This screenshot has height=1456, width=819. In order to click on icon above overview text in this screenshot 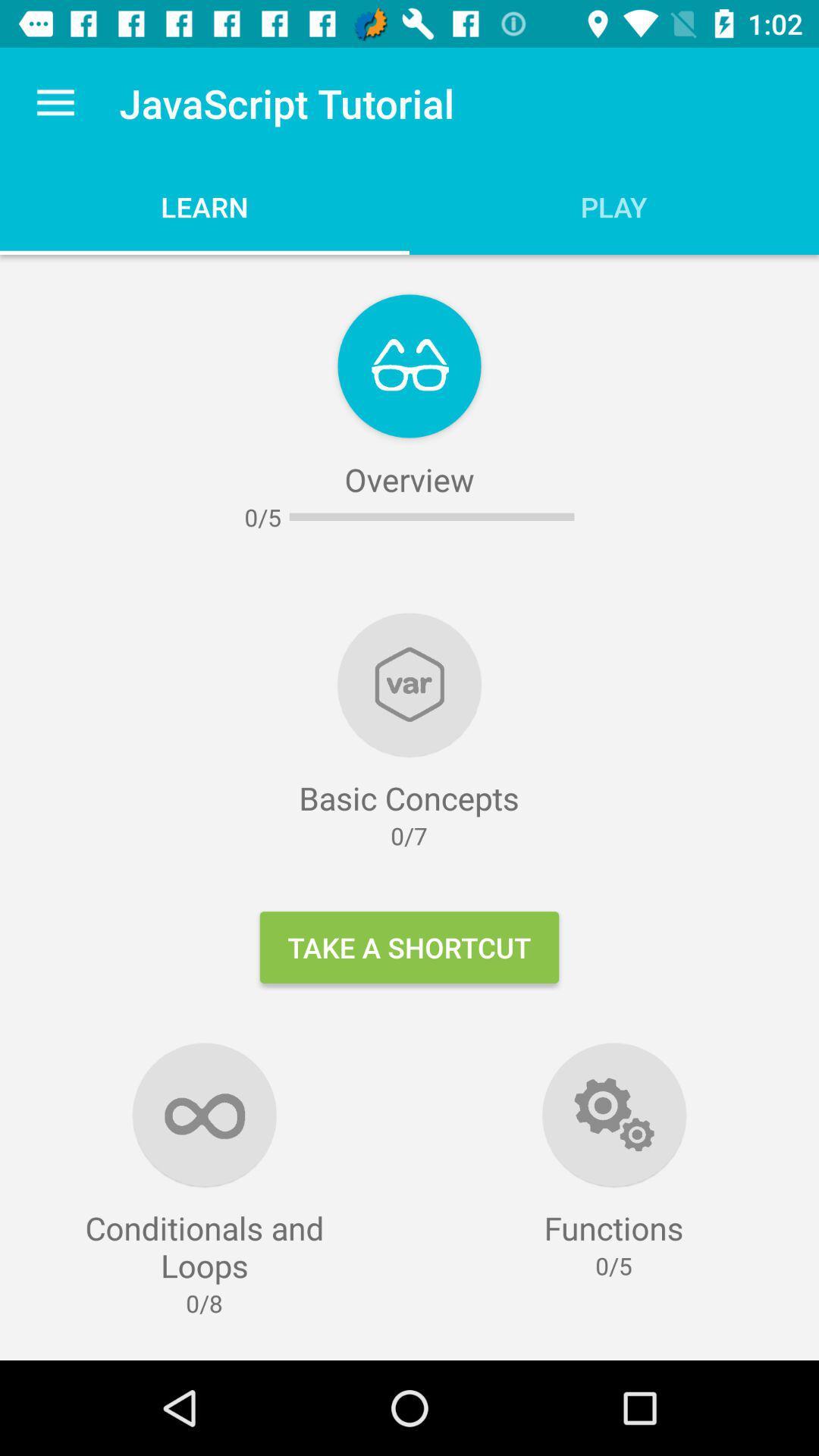, I will do `click(409, 366)`.